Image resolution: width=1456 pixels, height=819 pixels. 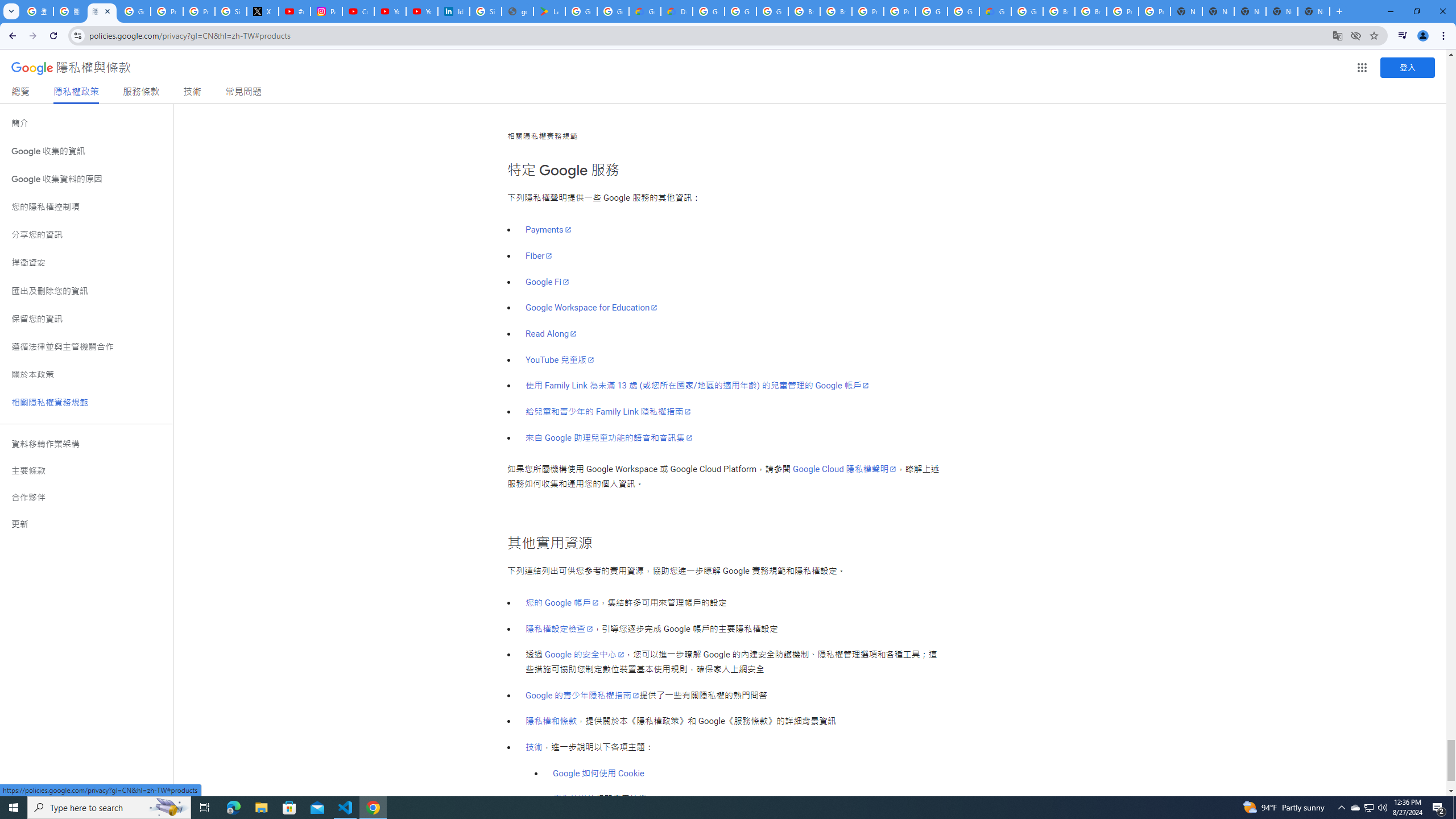 What do you see at coordinates (549, 11) in the screenshot?
I see `'Last Shelter: Survival - Apps on Google Play'` at bounding box center [549, 11].